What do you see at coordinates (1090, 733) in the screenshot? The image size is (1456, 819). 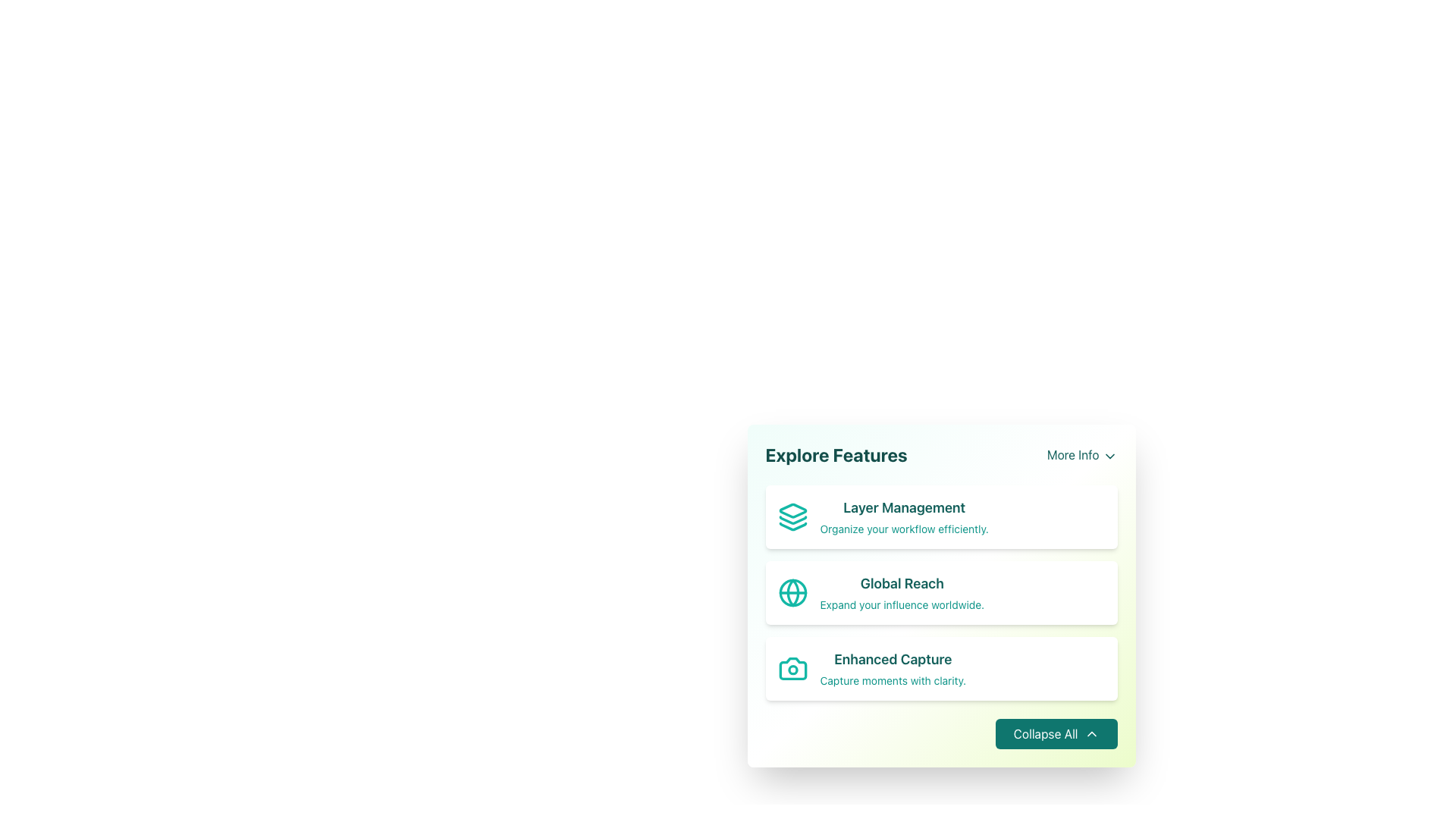 I see `the upward pointing chevron icon located to the right of the 'Collapse All' button` at bounding box center [1090, 733].